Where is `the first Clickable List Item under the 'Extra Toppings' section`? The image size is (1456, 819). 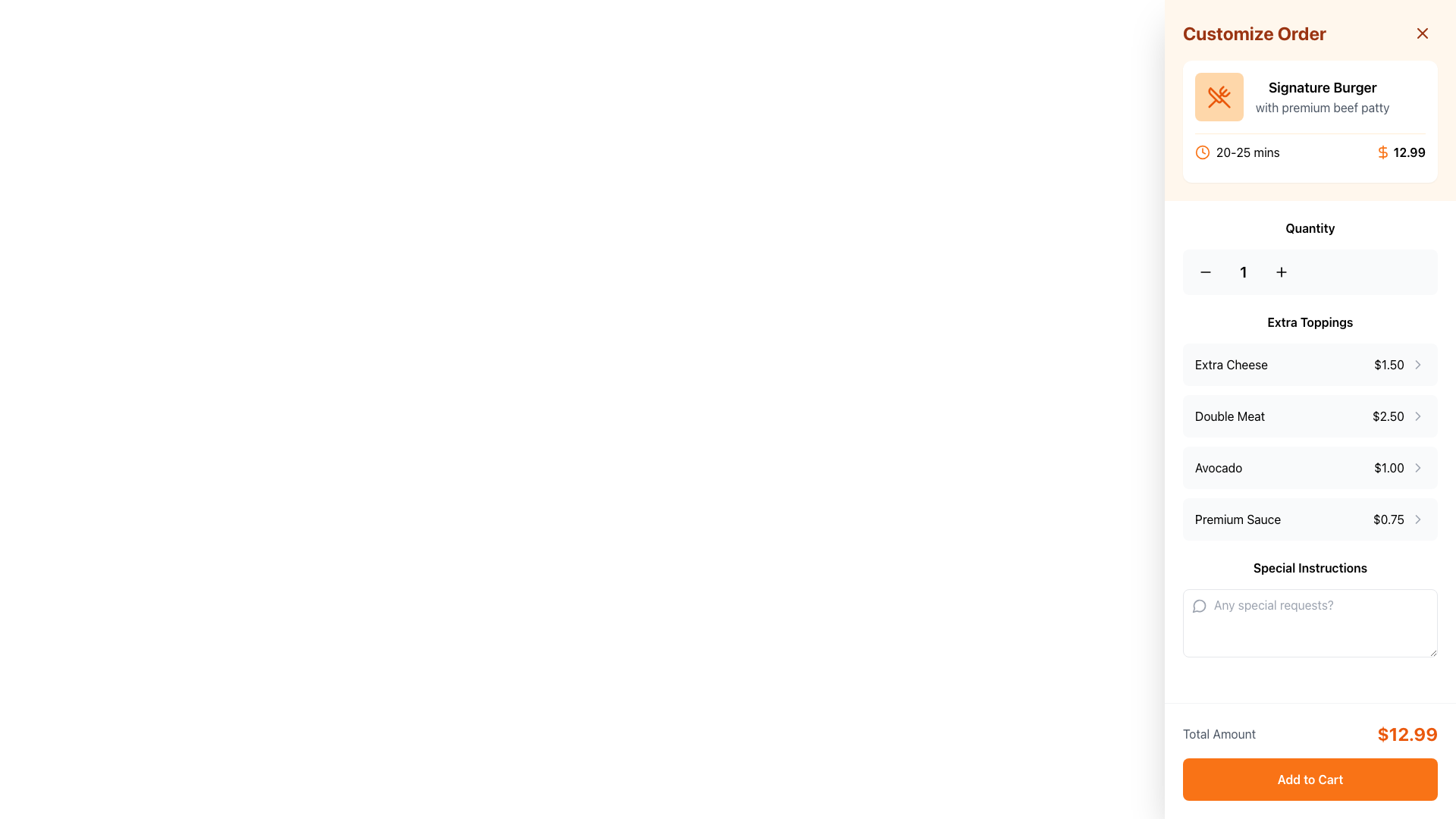
the first Clickable List Item under the 'Extra Toppings' section is located at coordinates (1310, 365).